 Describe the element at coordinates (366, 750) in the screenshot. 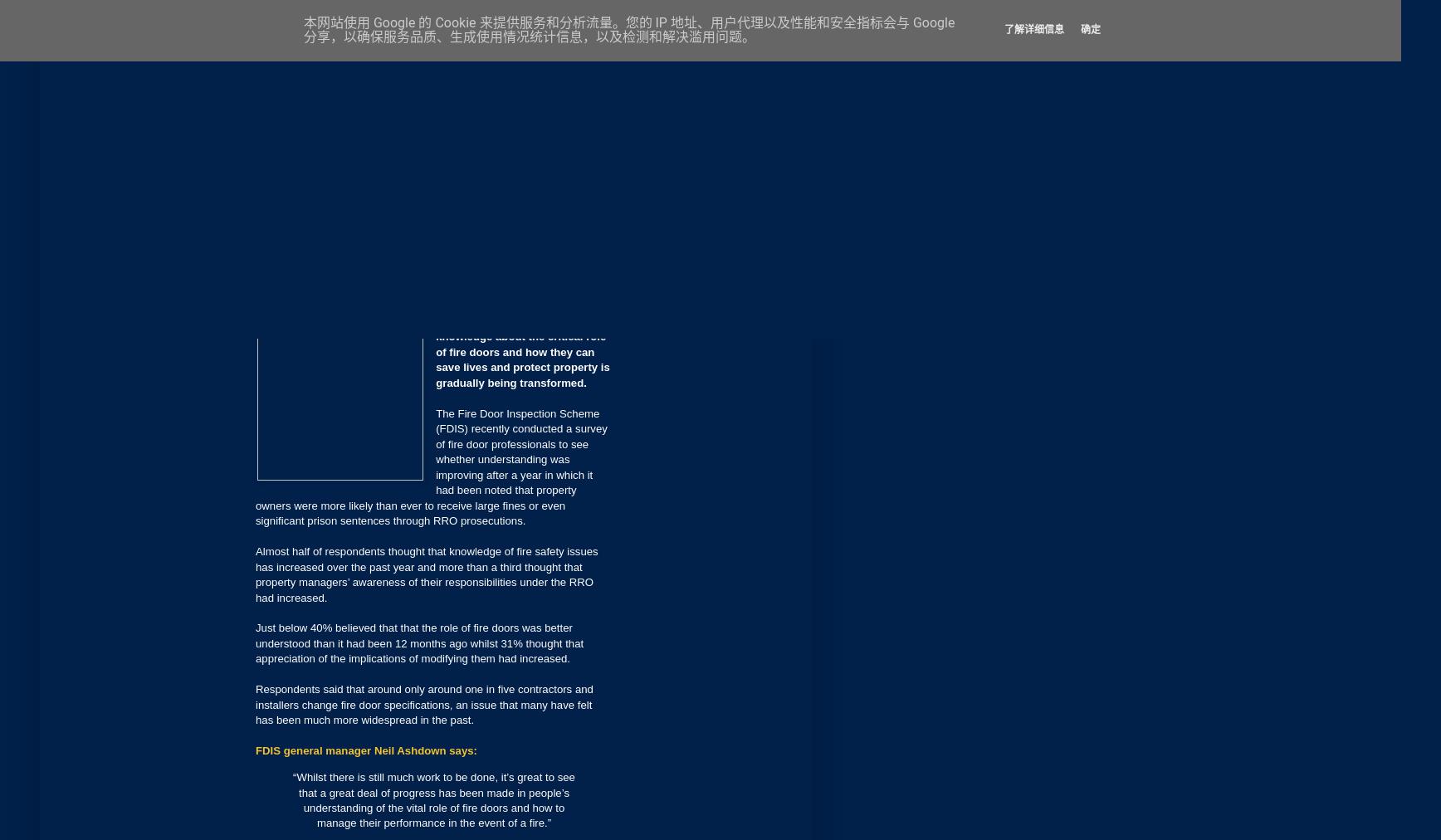

I see `'FDIS general manager Neil Ashdown says:'` at that location.